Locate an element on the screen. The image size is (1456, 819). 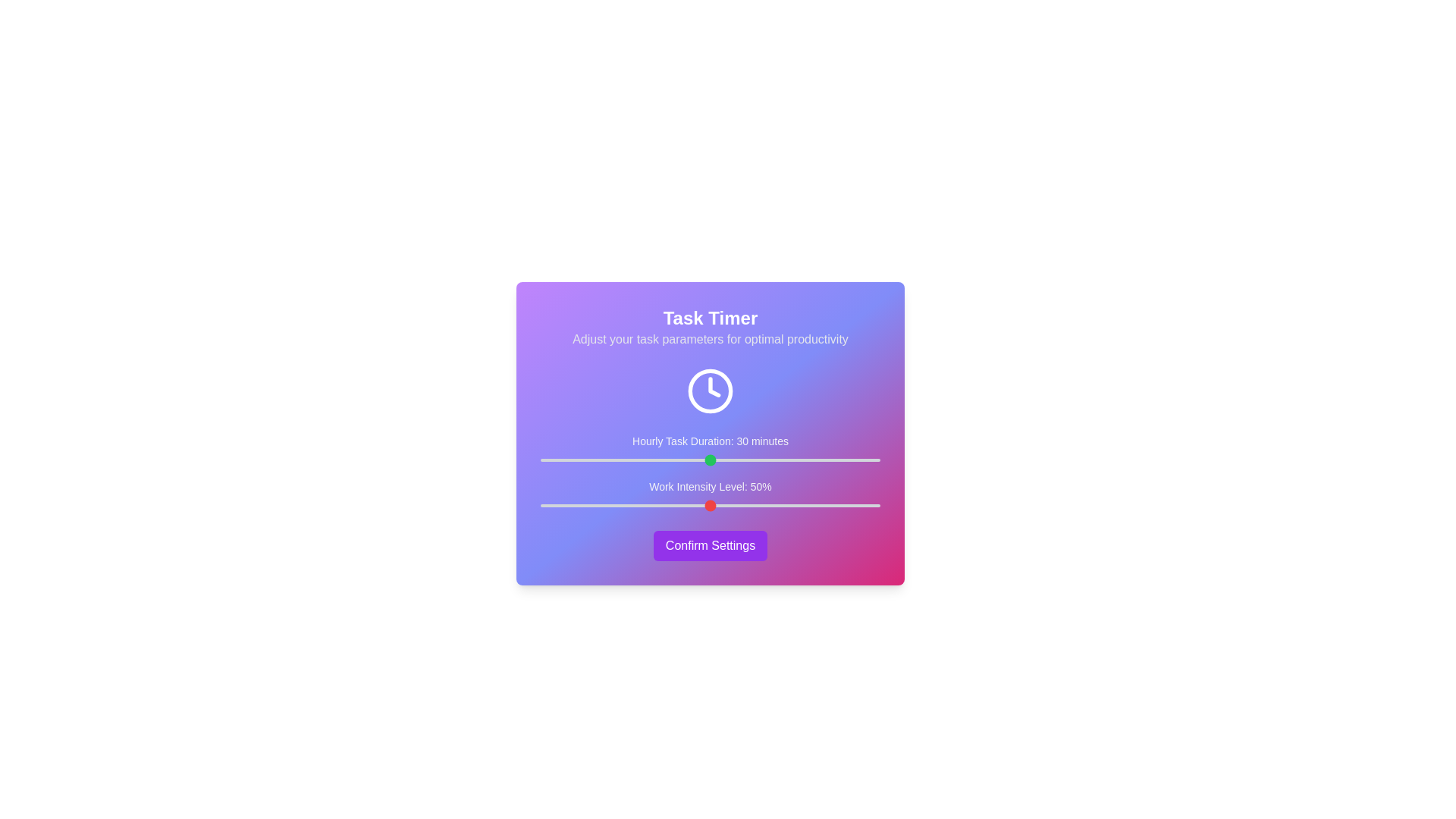
the 'Hourly Task Duration' slider to 60 minutes is located at coordinates (880, 459).